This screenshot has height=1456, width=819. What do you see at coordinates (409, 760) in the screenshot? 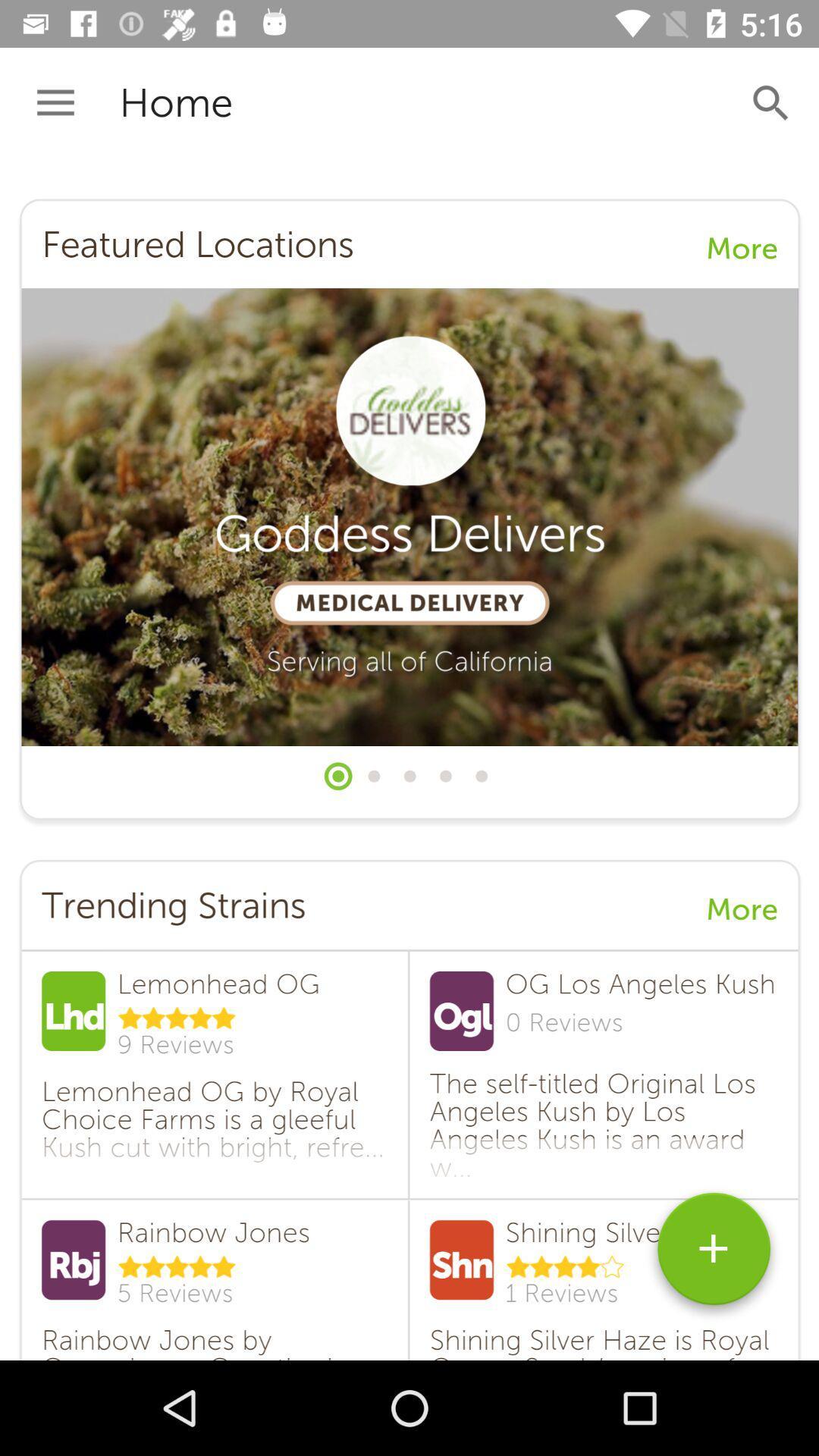
I see `click discription` at bounding box center [409, 760].